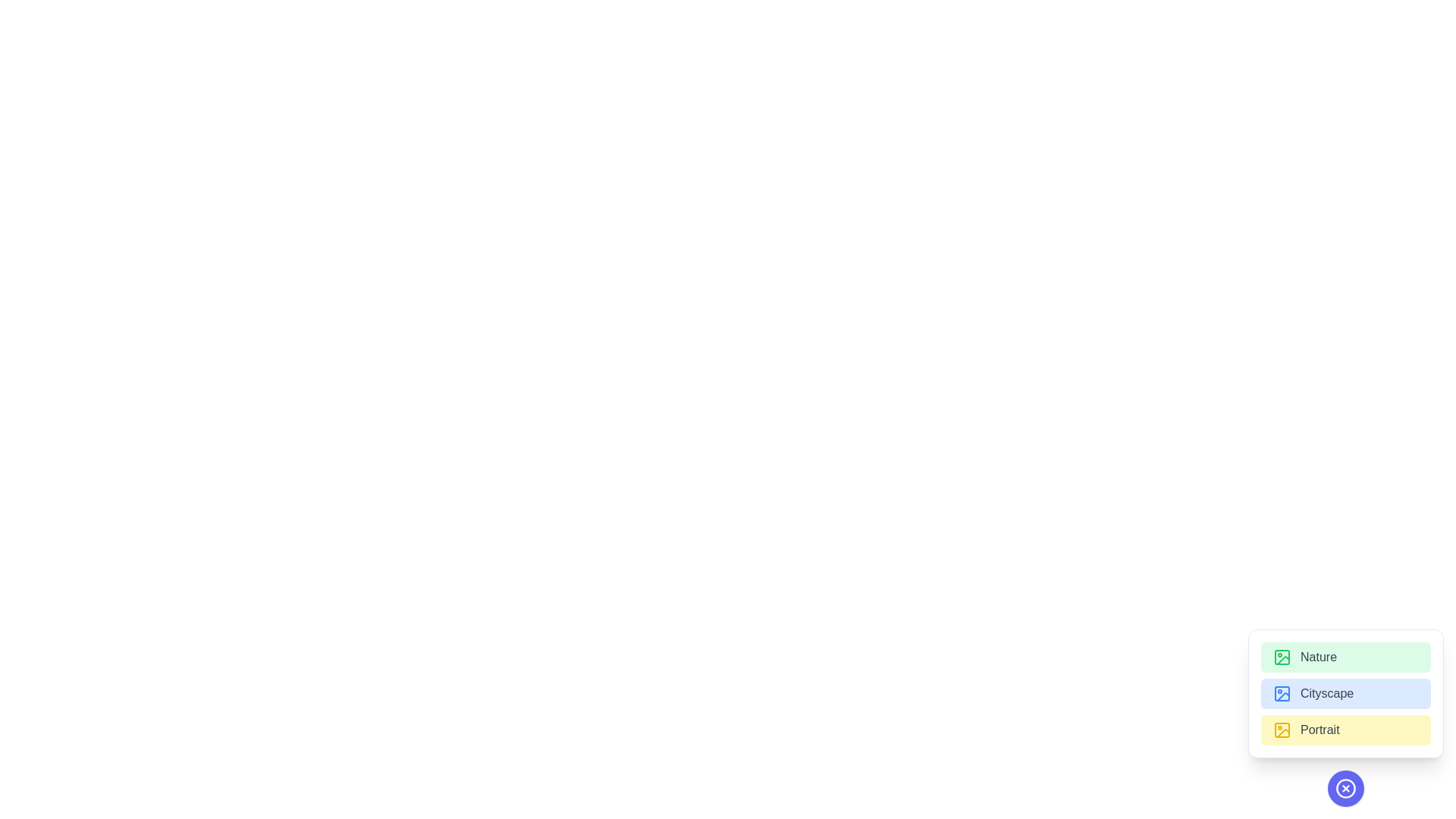  What do you see at coordinates (378, 378) in the screenshot?
I see `the background area outside the component to focus away` at bounding box center [378, 378].